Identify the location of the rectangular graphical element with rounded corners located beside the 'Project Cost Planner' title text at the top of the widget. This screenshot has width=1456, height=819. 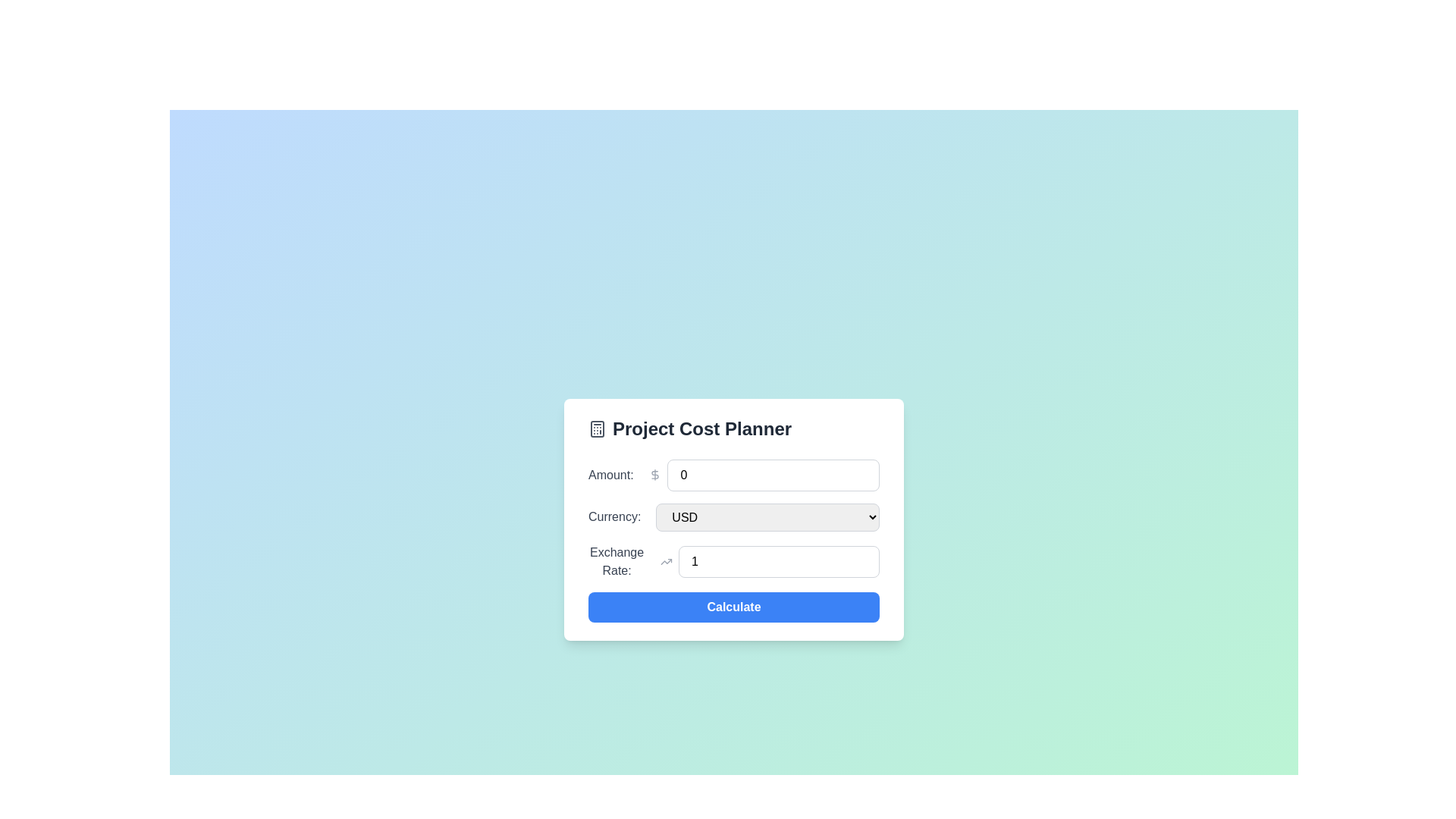
(596, 428).